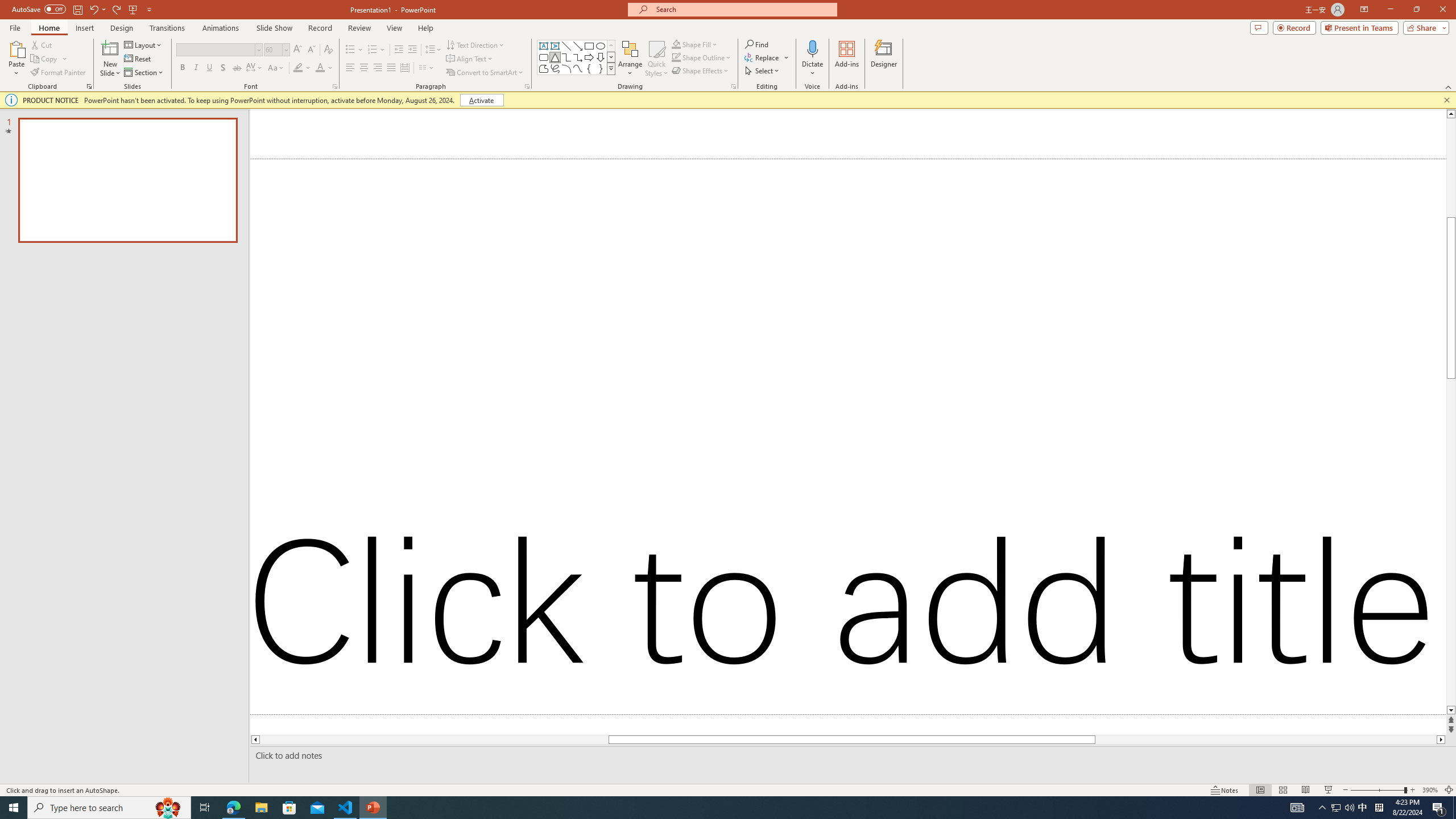 The height and width of the screenshot is (819, 1456). Describe the element at coordinates (297, 49) in the screenshot. I see `'Increase Font Size'` at that location.